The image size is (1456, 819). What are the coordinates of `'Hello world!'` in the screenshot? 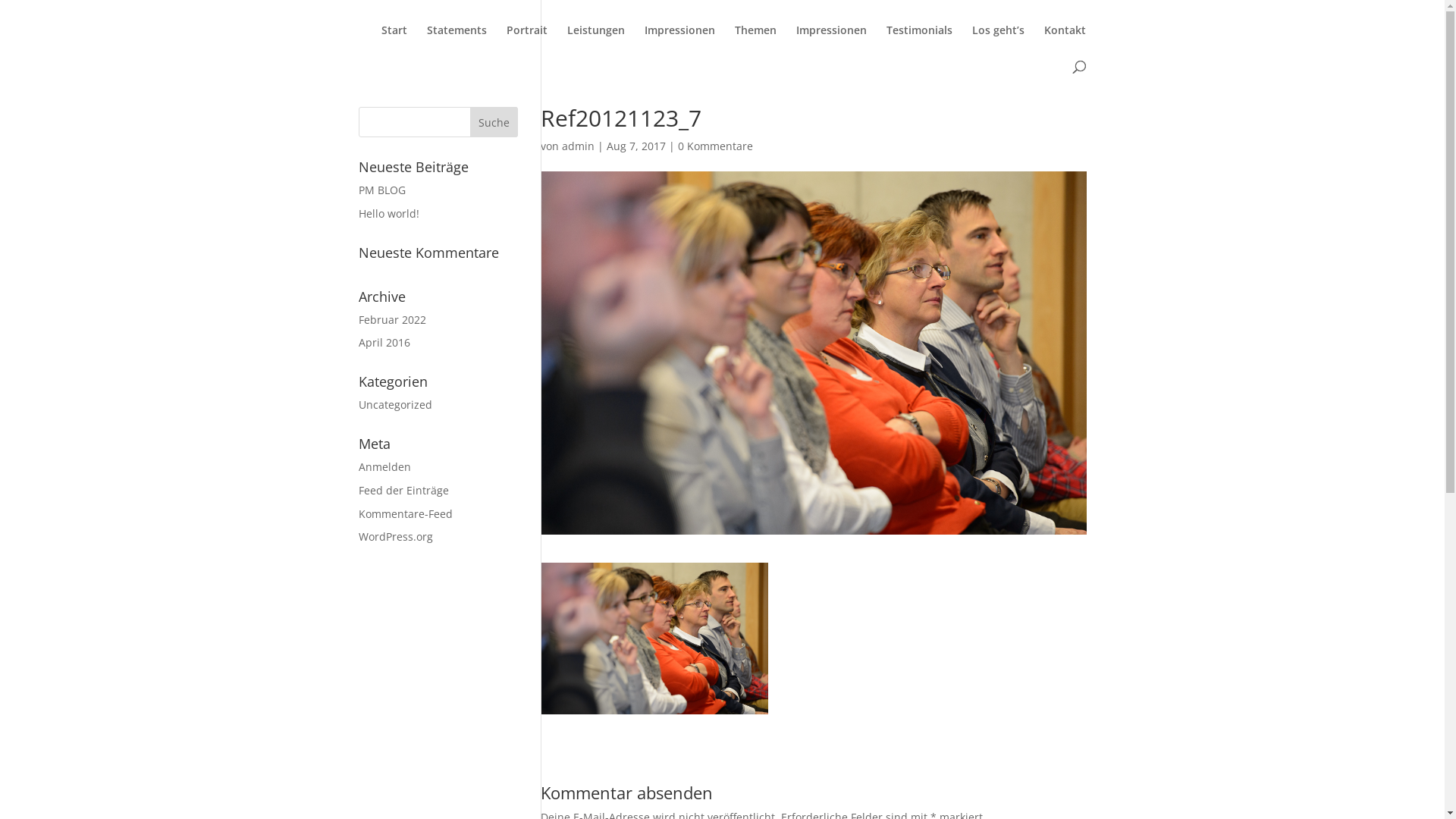 It's located at (388, 213).